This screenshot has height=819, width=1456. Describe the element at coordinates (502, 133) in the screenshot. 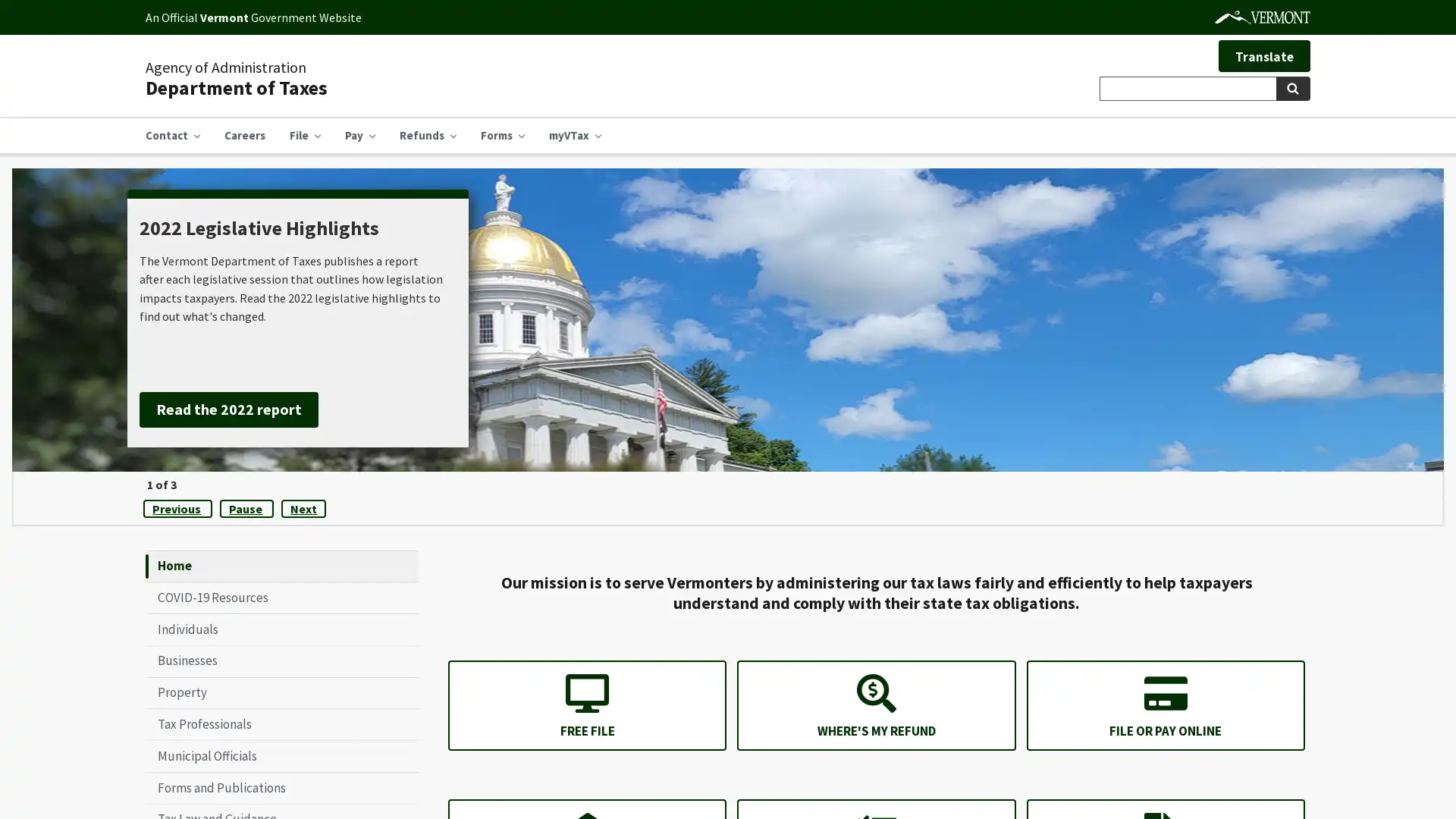

I see `Forms` at that location.